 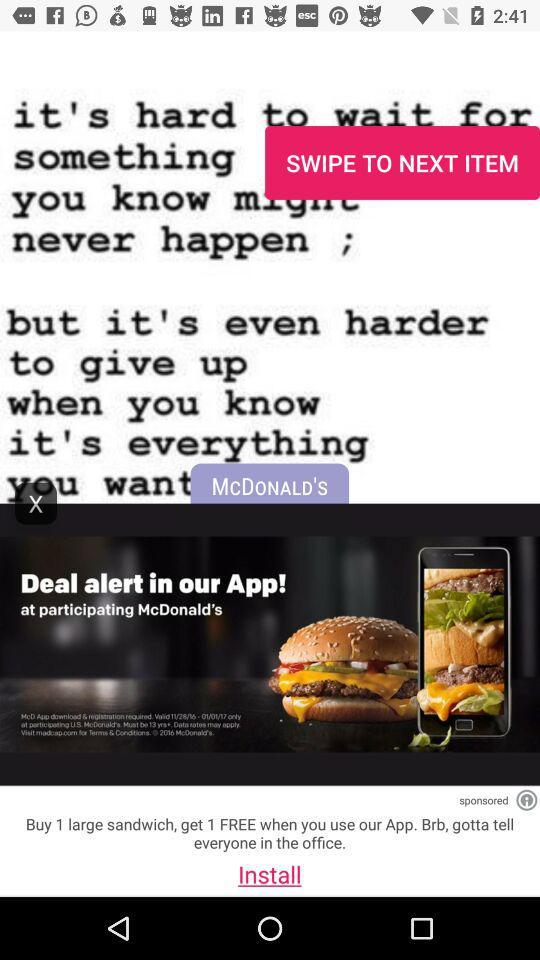 I want to click on the info icon, so click(x=526, y=800).